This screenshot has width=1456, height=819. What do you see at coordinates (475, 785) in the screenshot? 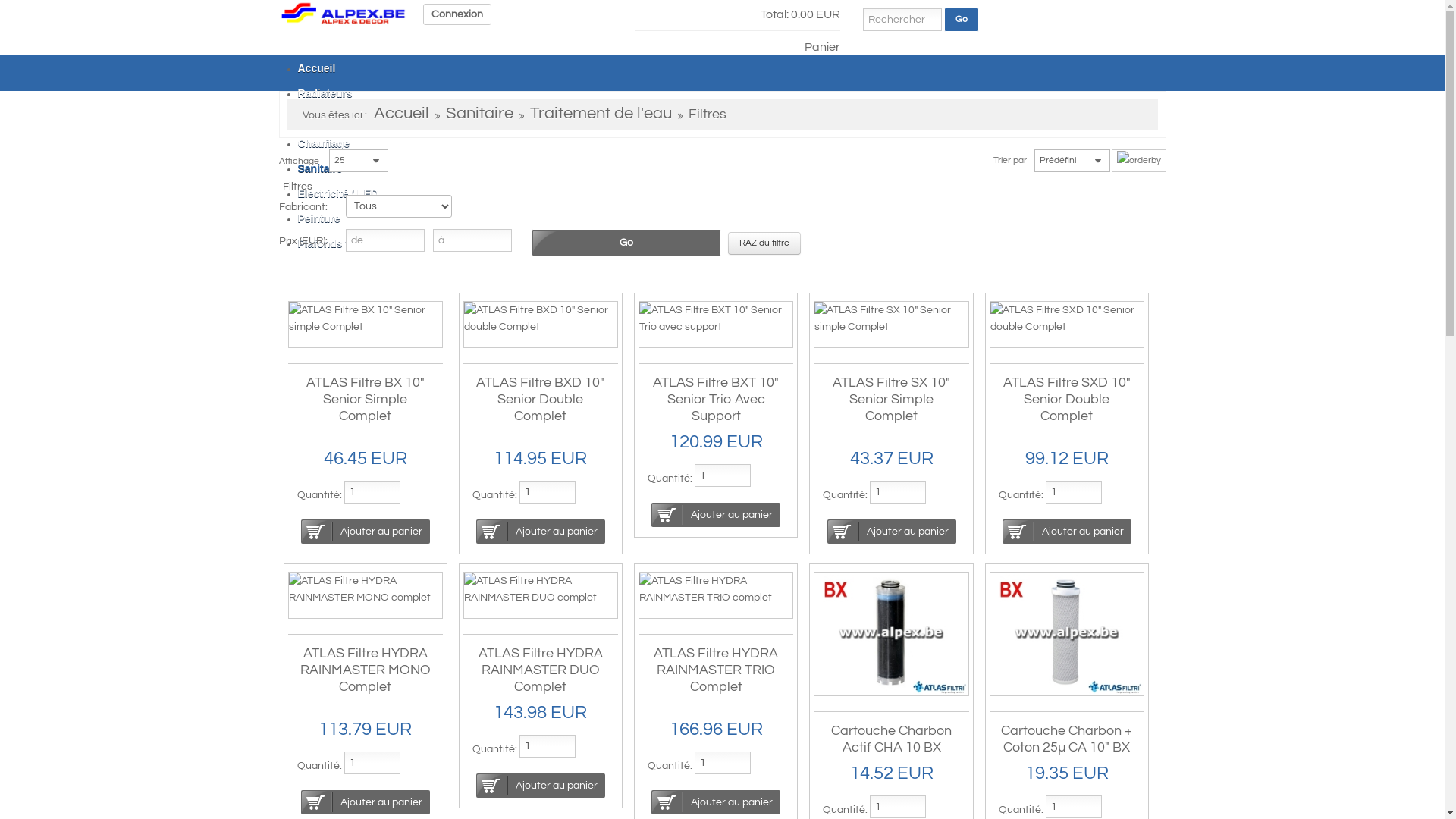
I see `'Ajouter au panier'` at bounding box center [475, 785].